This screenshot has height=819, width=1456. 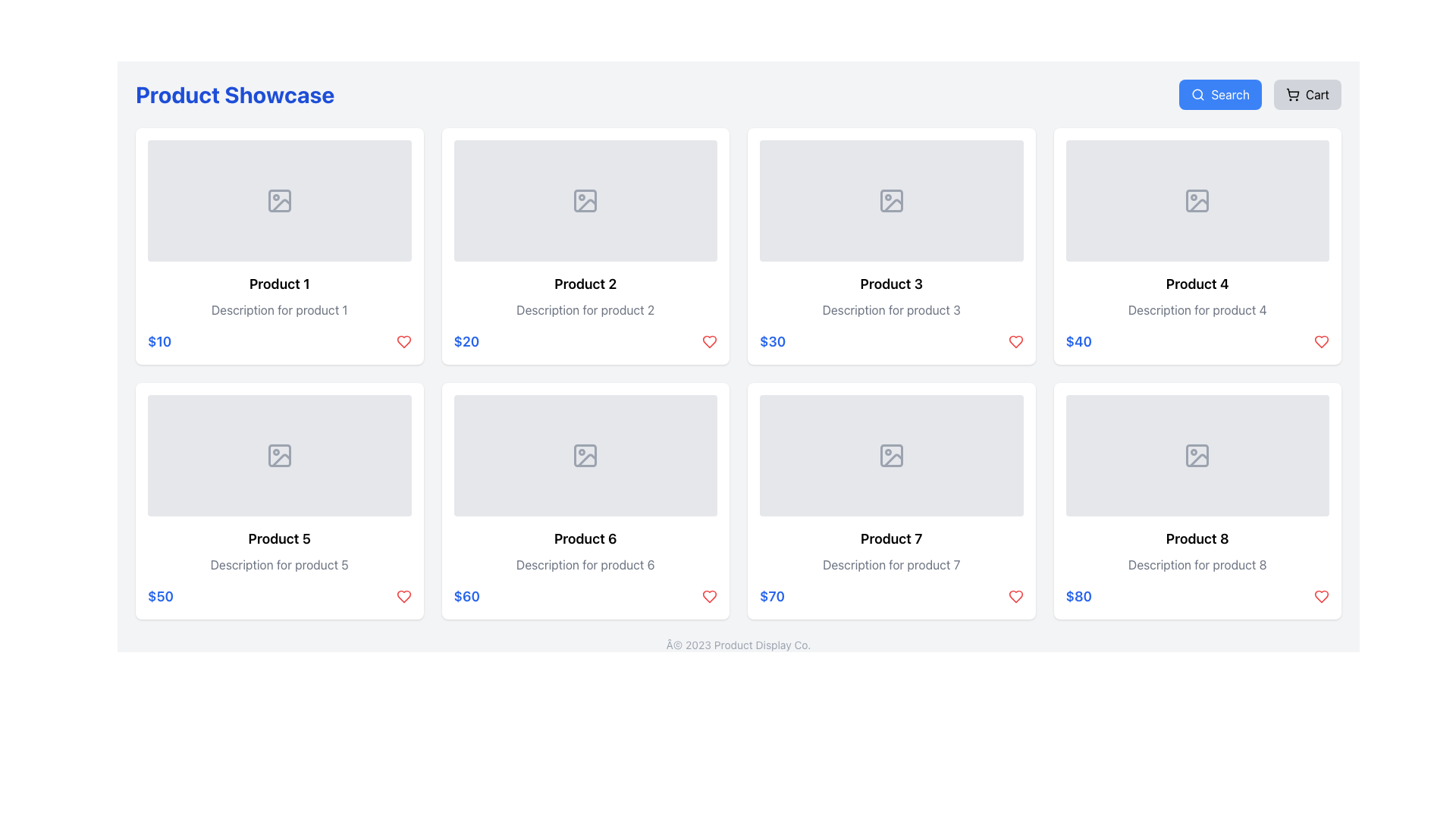 What do you see at coordinates (709, 595) in the screenshot?
I see `the heart-shaped icon located in the lower-right corner of the product card for 'Product 6' to potentially view a tooltip or animation` at bounding box center [709, 595].